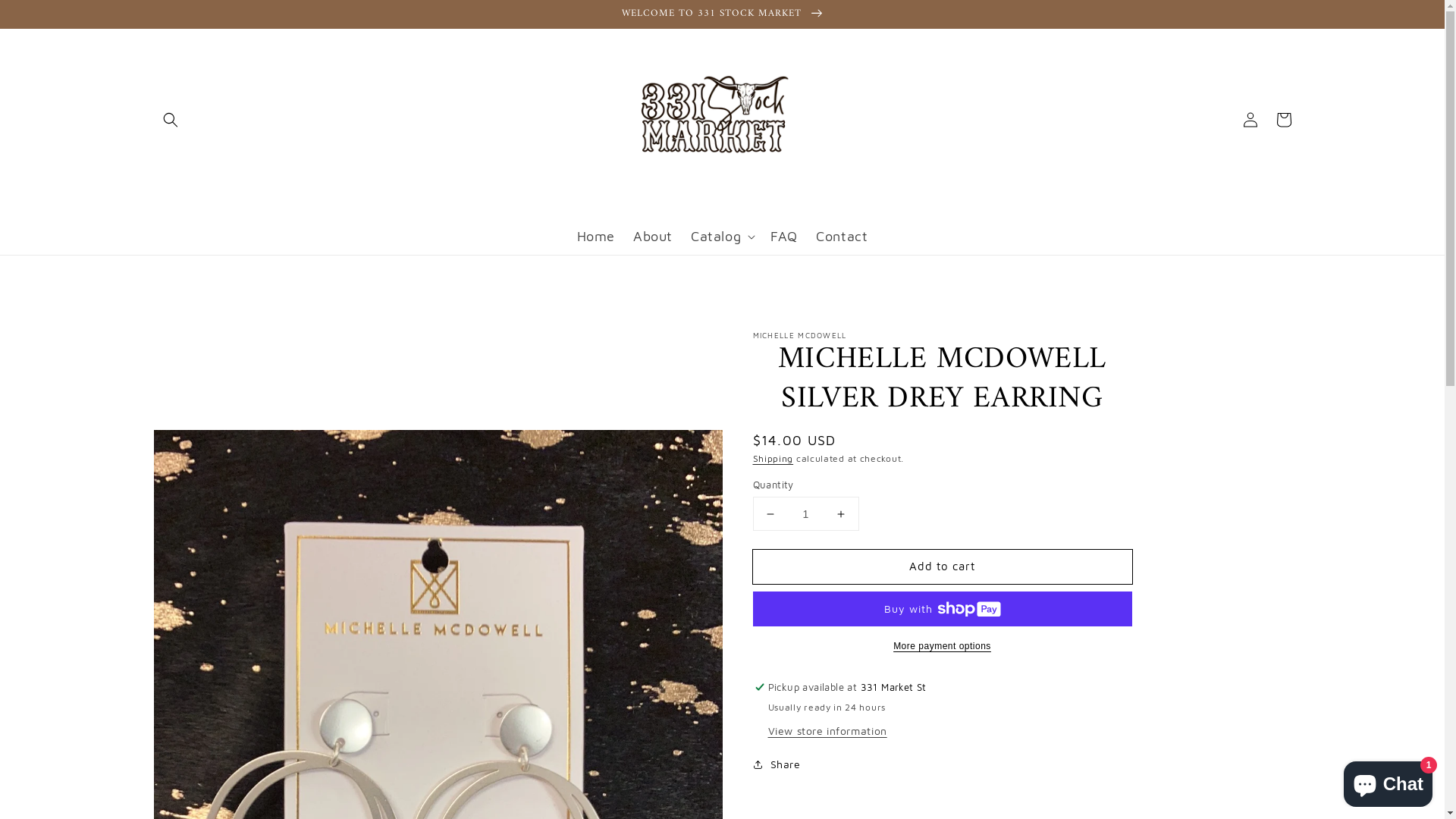 The width and height of the screenshot is (1456, 819). What do you see at coordinates (1282, 119) in the screenshot?
I see `'Cart'` at bounding box center [1282, 119].